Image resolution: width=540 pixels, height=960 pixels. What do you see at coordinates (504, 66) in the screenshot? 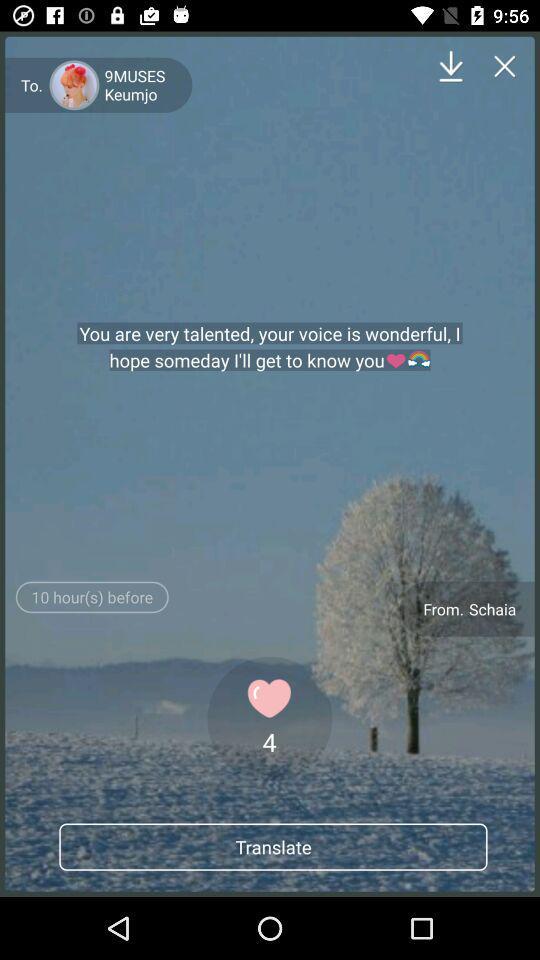
I see `icon above the schaia icon` at bounding box center [504, 66].